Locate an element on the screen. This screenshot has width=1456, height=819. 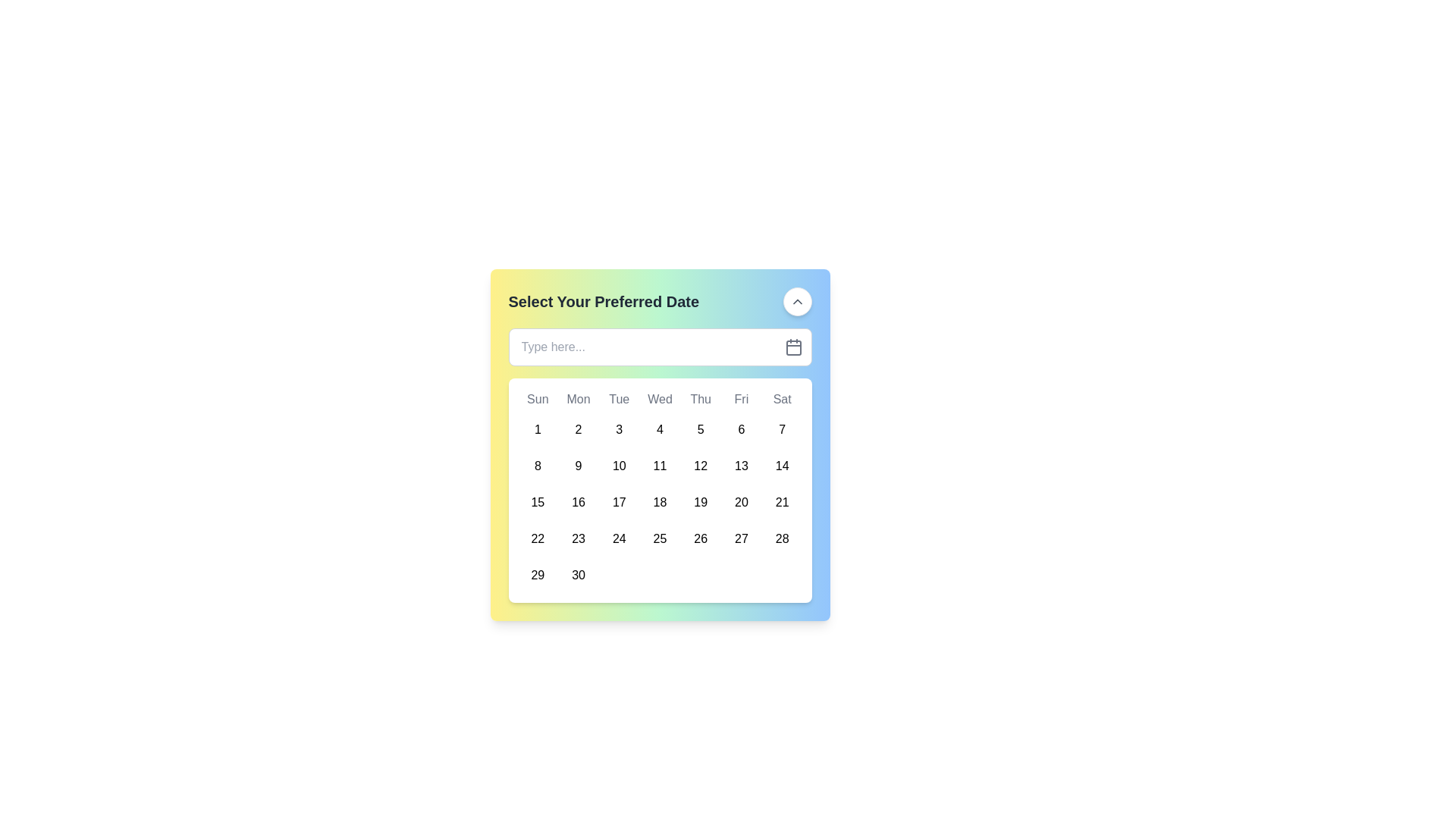
the circular button displaying the number '7' is located at coordinates (782, 430).